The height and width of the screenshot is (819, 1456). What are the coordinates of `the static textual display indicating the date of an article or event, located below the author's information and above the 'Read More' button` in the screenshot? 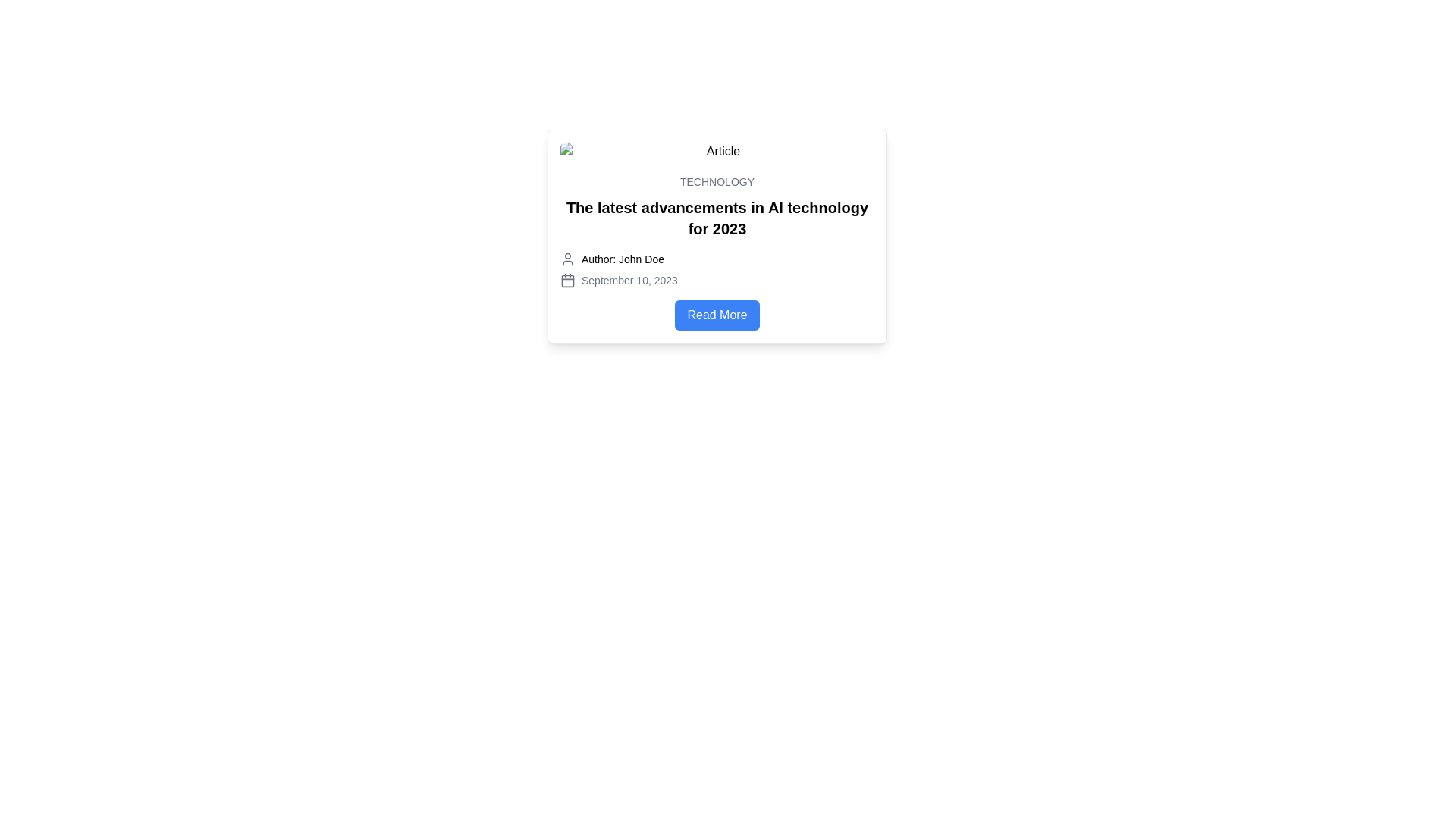 It's located at (716, 281).